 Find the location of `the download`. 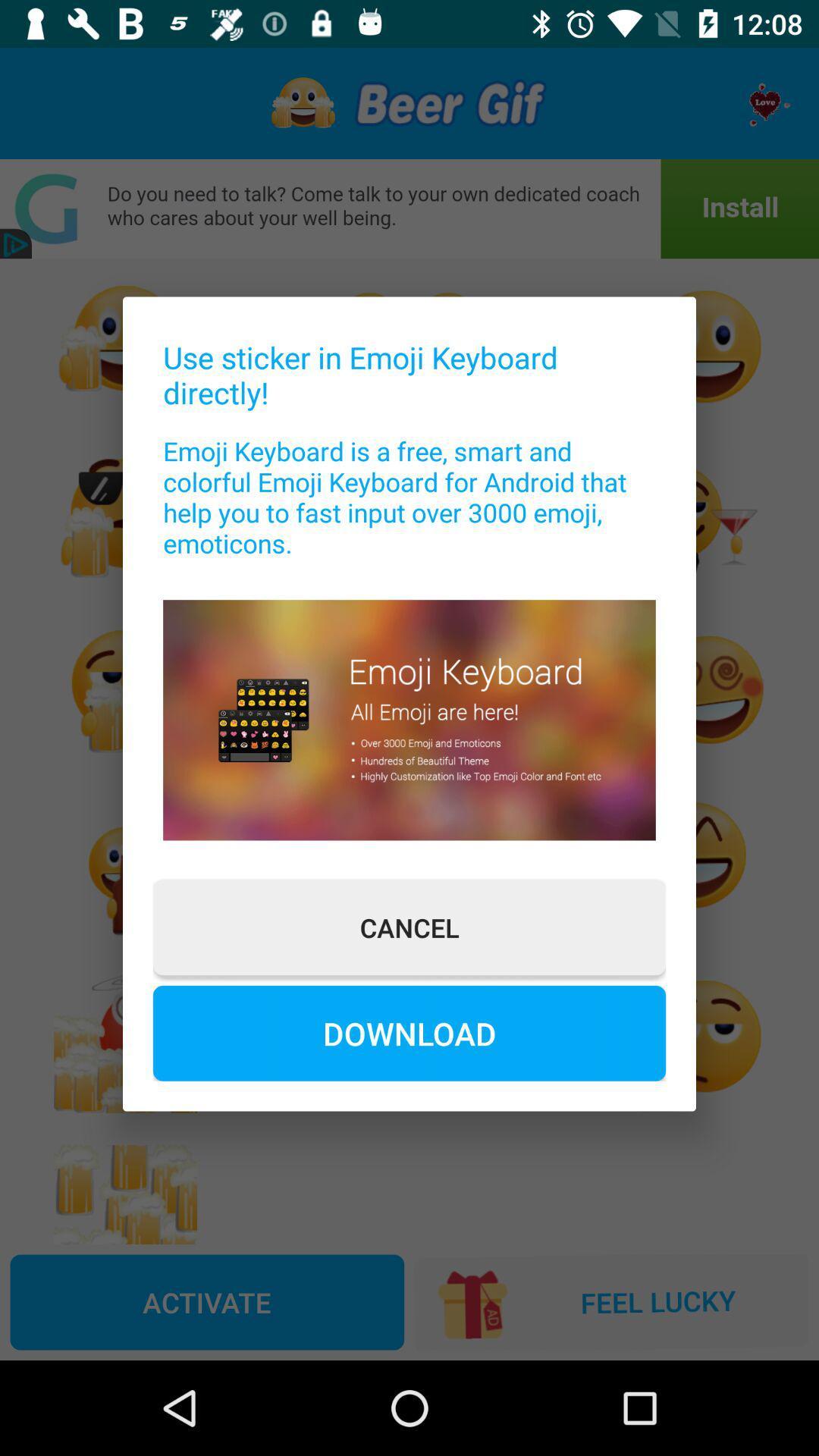

the download is located at coordinates (409, 1032).